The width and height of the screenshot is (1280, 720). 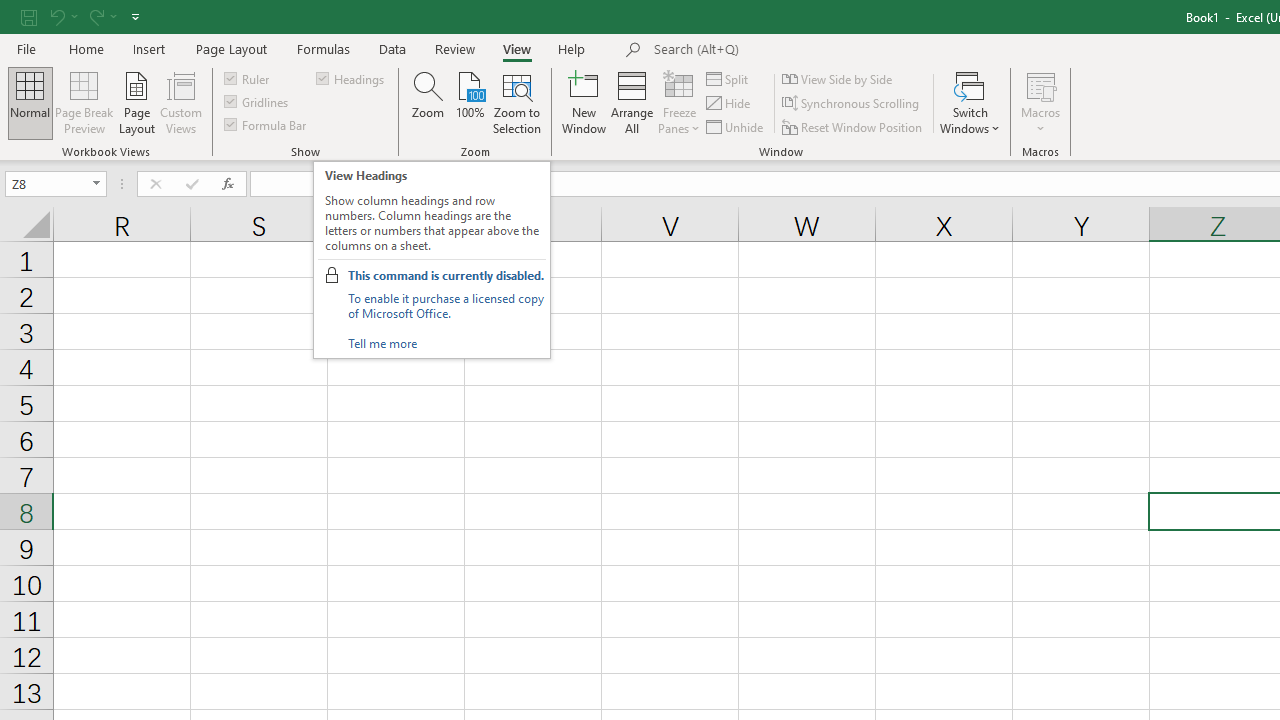 What do you see at coordinates (583, 103) in the screenshot?
I see `'New Window'` at bounding box center [583, 103].